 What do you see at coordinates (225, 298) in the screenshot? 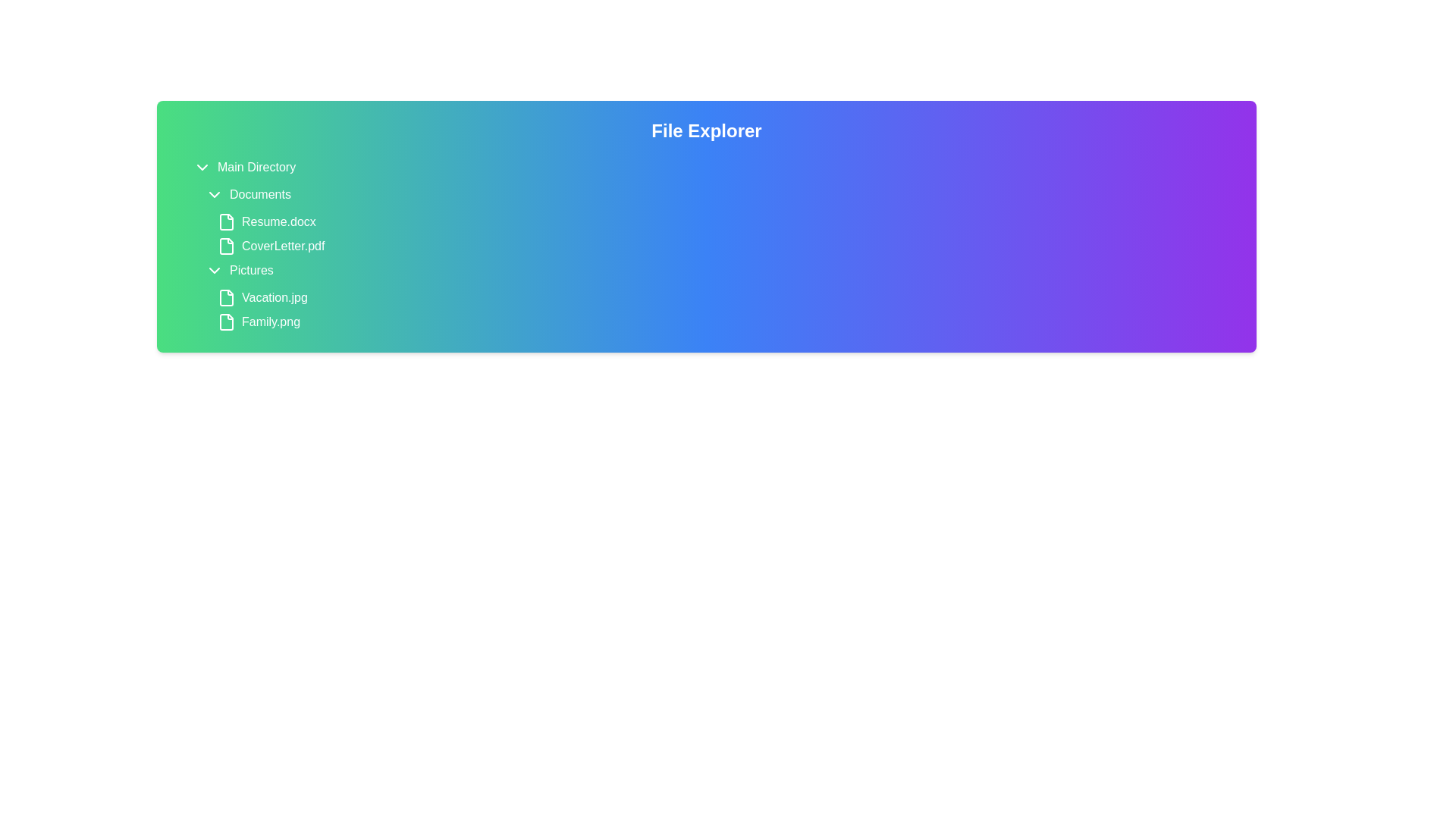
I see `the file icon representing 'Vacation.jpg' in the 'Pictures' subsection of the file explorer` at bounding box center [225, 298].